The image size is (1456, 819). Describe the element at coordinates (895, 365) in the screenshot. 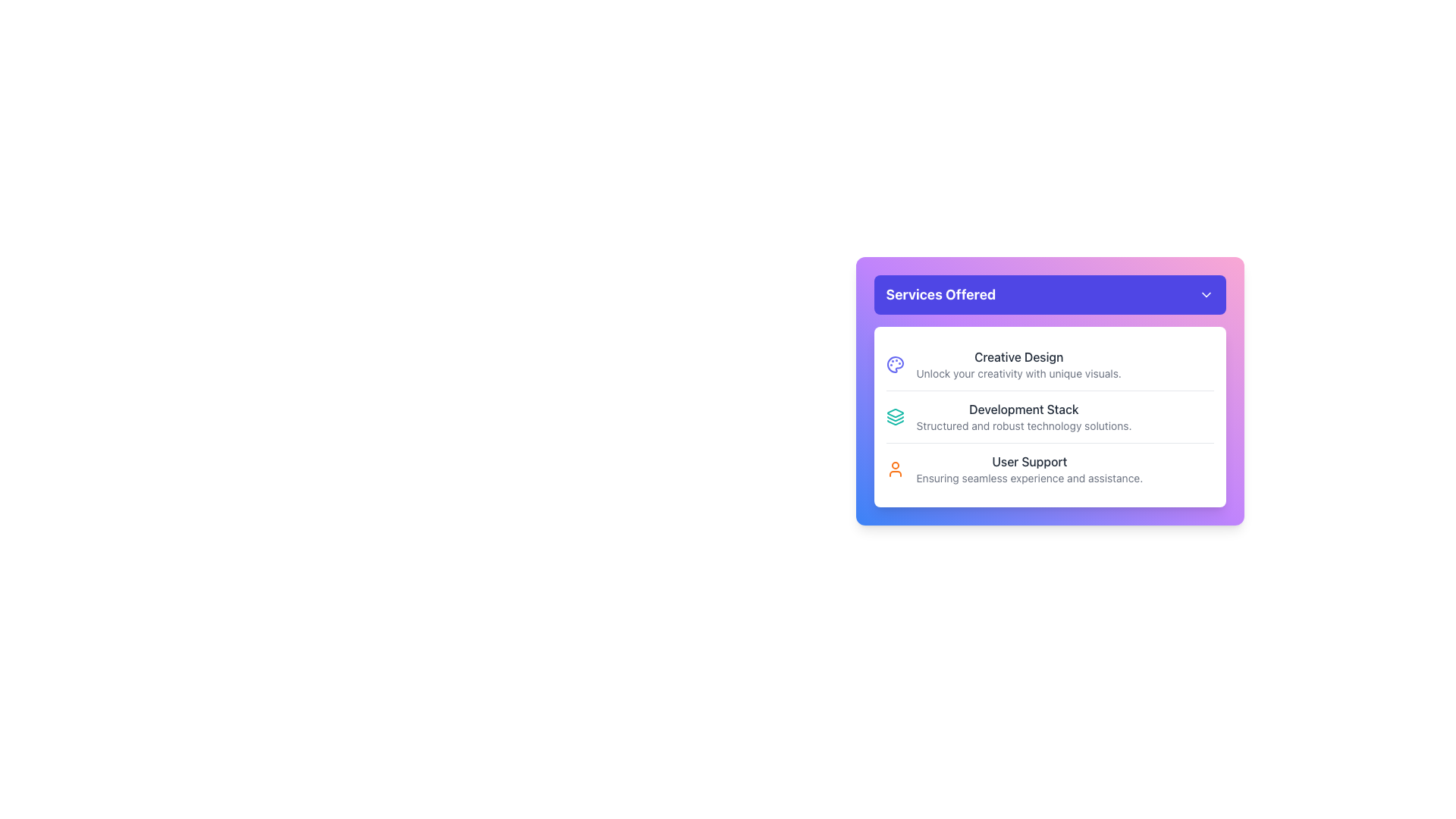

I see `the vibrant indigo palette-shaped icon located to the left of the 'Creative Design' text` at that location.